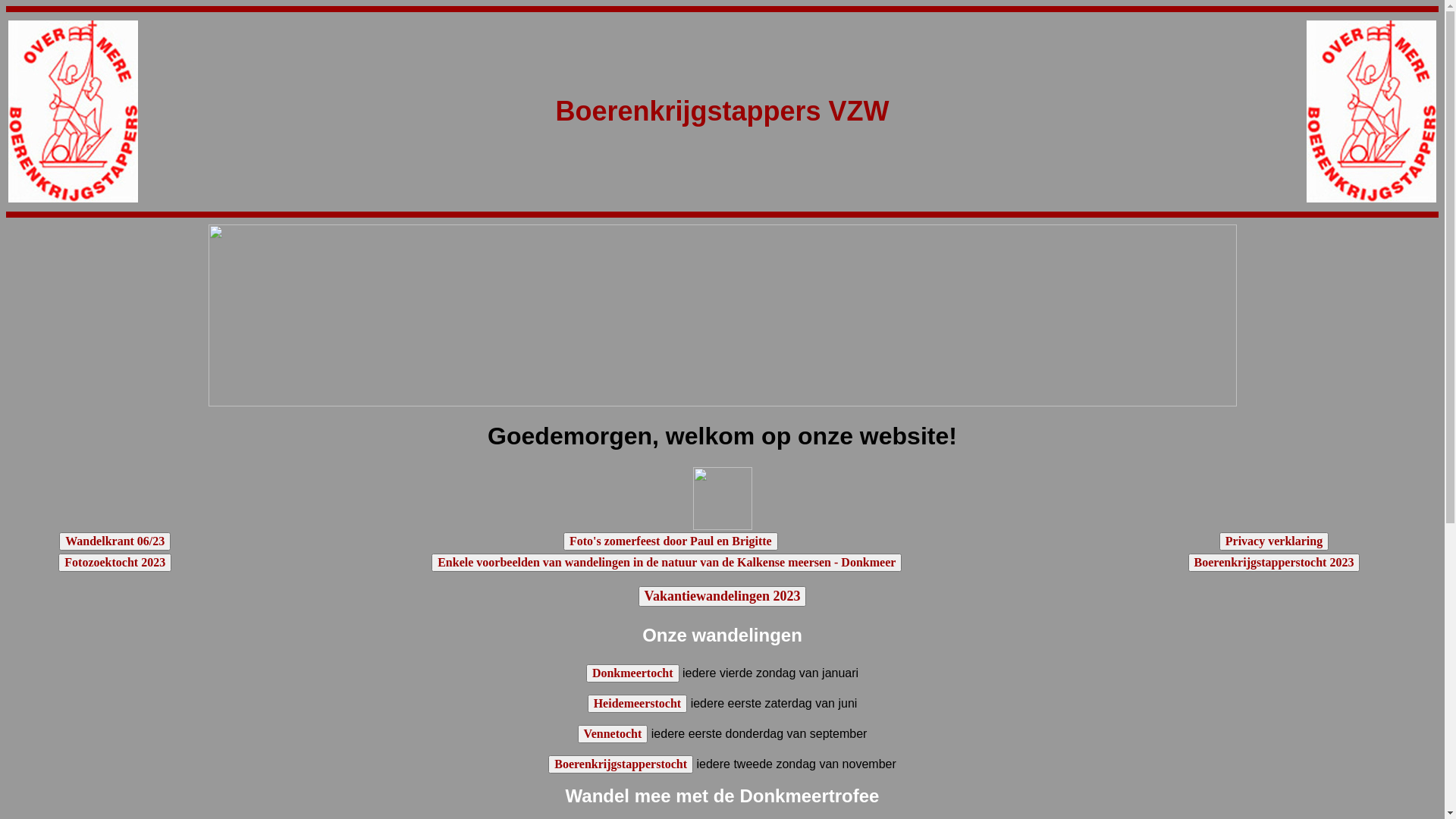 The width and height of the screenshot is (1456, 819). What do you see at coordinates (620, 764) in the screenshot?
I see `'Boerenkrijgstapperstocht'` at bounding box center [620, 764].